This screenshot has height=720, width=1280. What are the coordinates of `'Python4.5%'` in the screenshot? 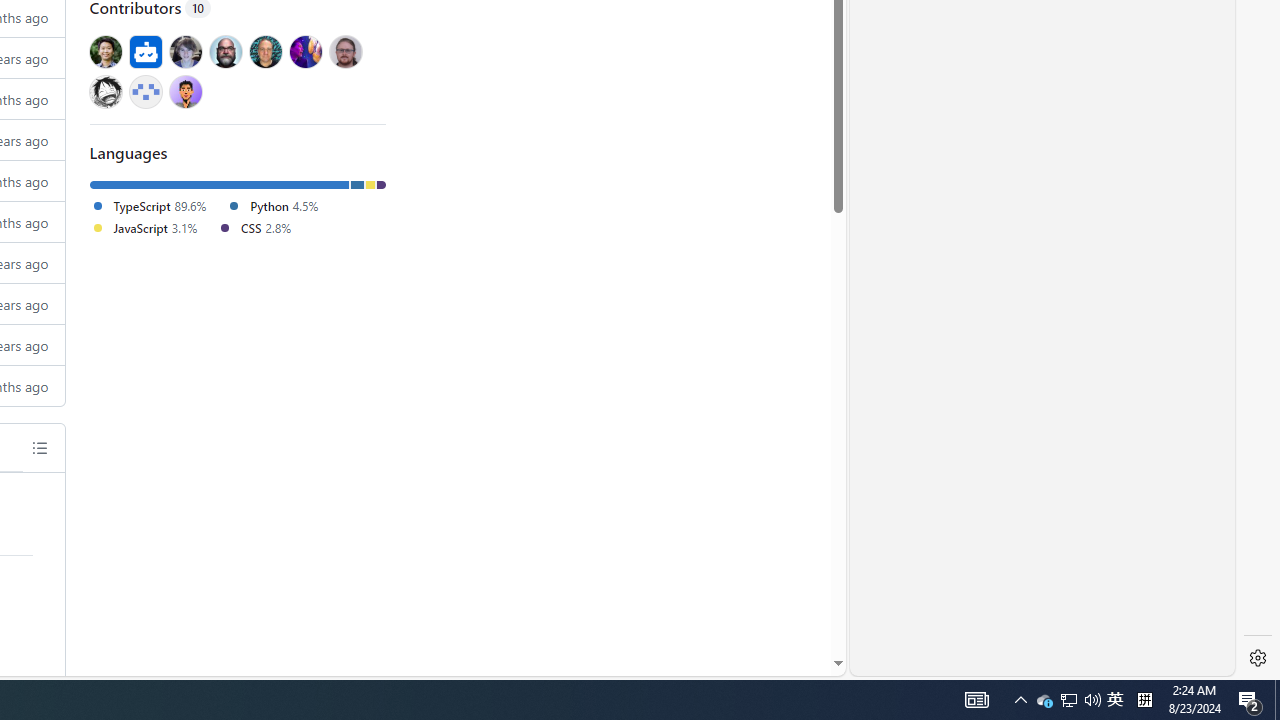 It's located at (279, 206).